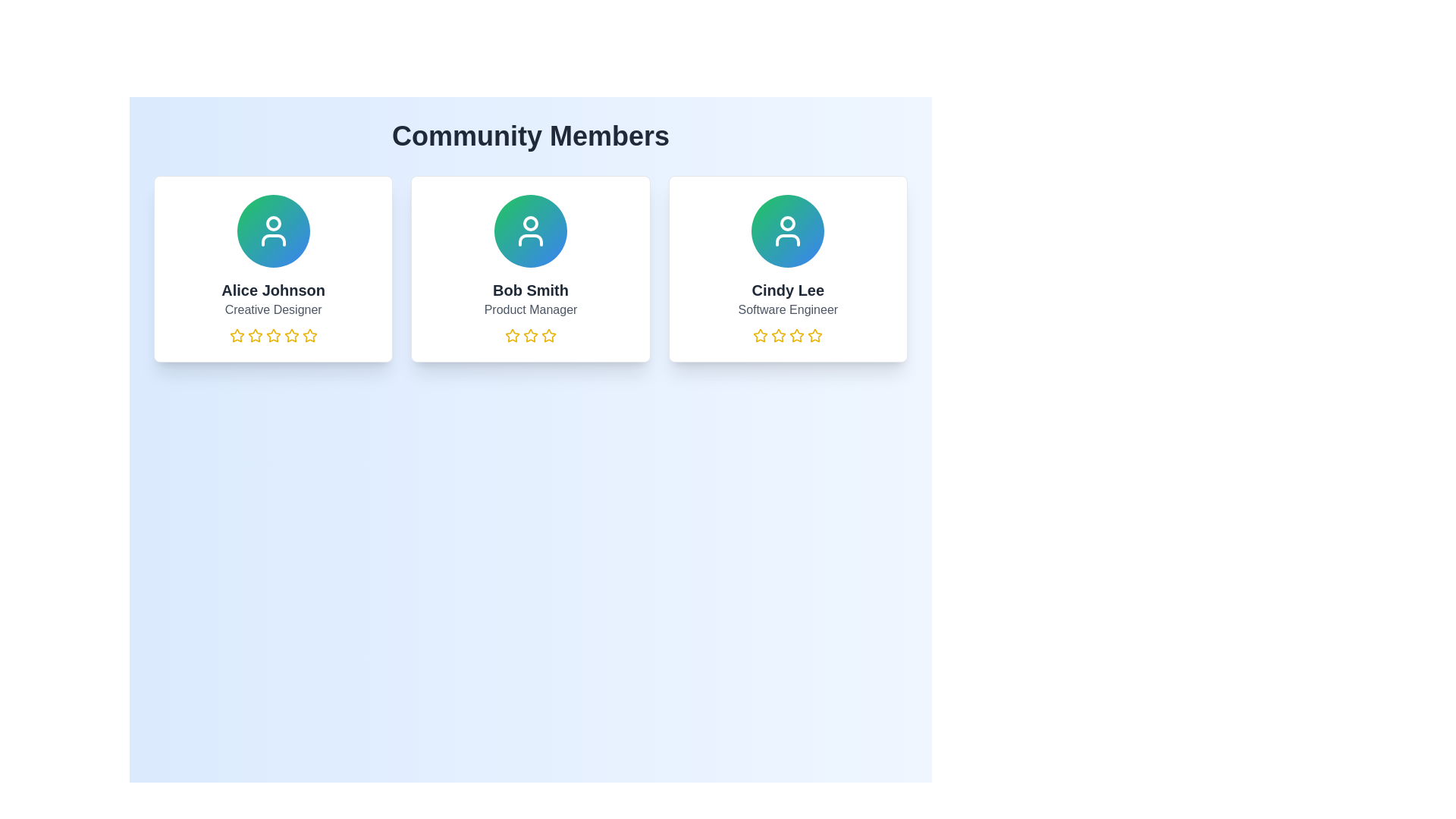 This screenshot has height=819, width=1456. What do you see at coordinates (548, 334) in the screenshot?
I see `the third star in the row of five stars on Bob Smith's card` at bounding box center [548, 334].